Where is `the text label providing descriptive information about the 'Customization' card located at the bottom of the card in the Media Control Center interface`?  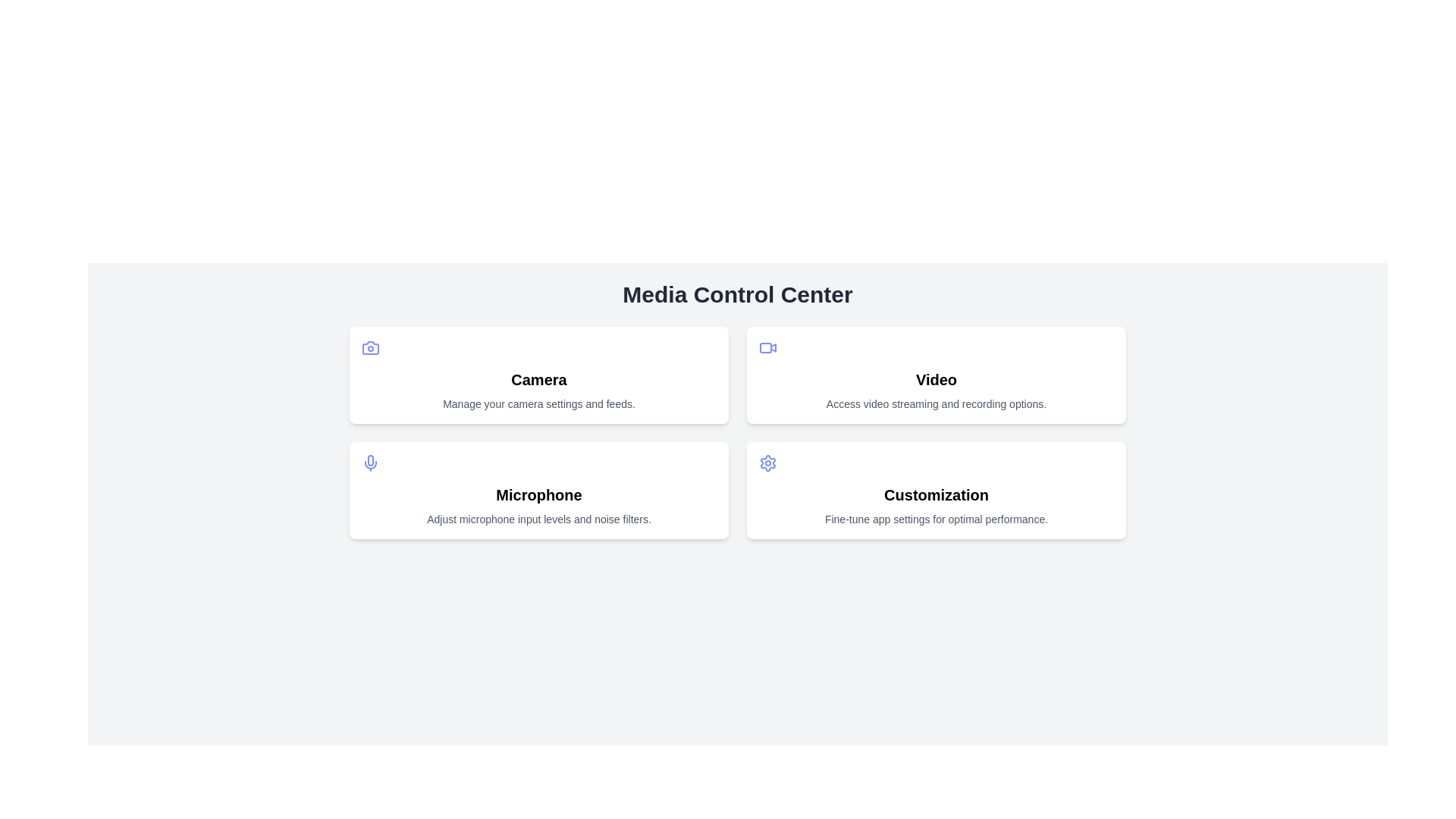 the text label providing descriptive information about the 'Customization' card located at the bottom of the card in the Media Control Center interface is located at coordinates (935, 519).